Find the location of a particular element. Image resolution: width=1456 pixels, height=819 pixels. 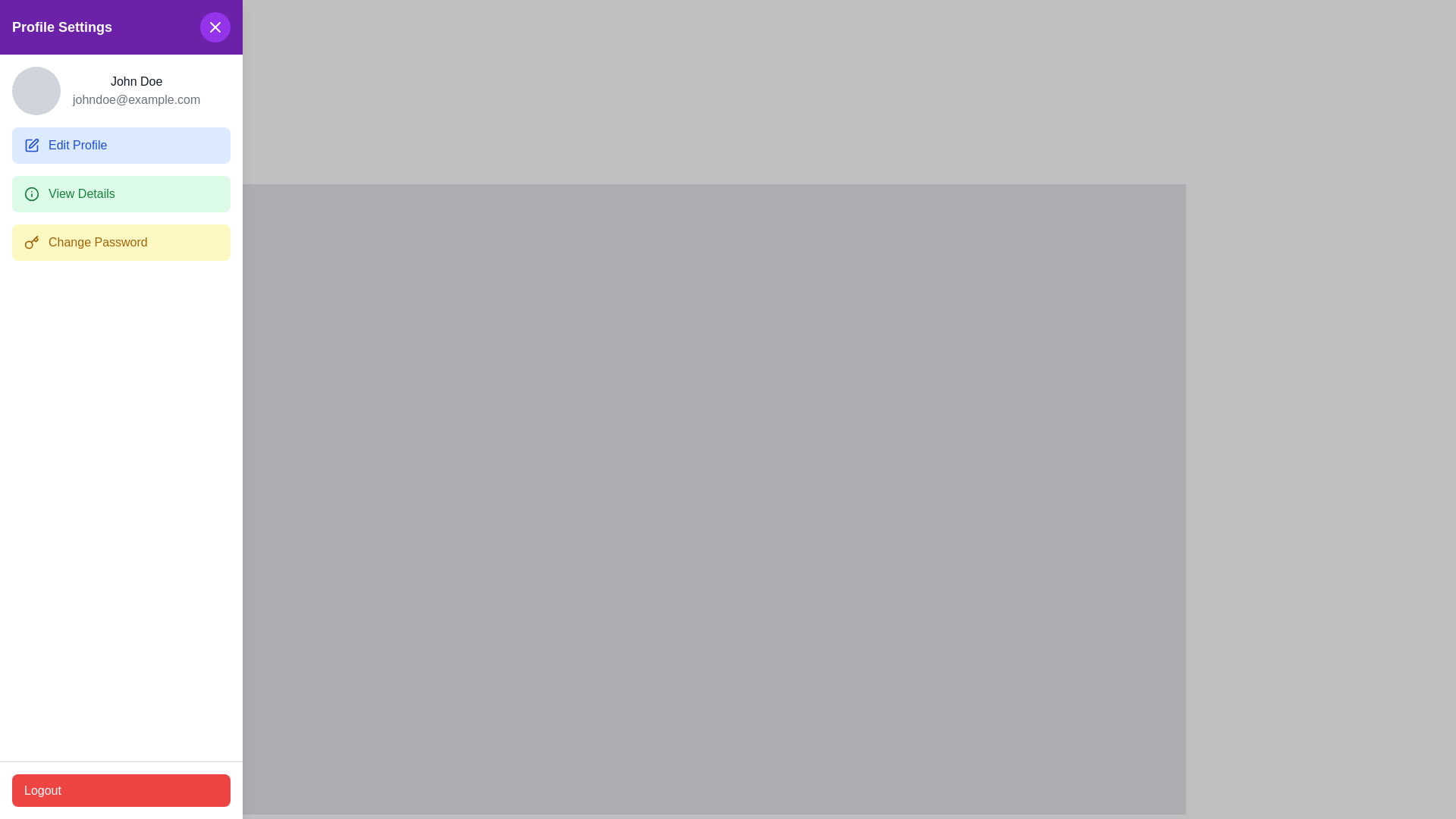

the Text display component containing the name 'John Doe' and the email address 'johndoe@example.com', located in the 'Profile Settings' side panel is located at coordinates (136, 90).